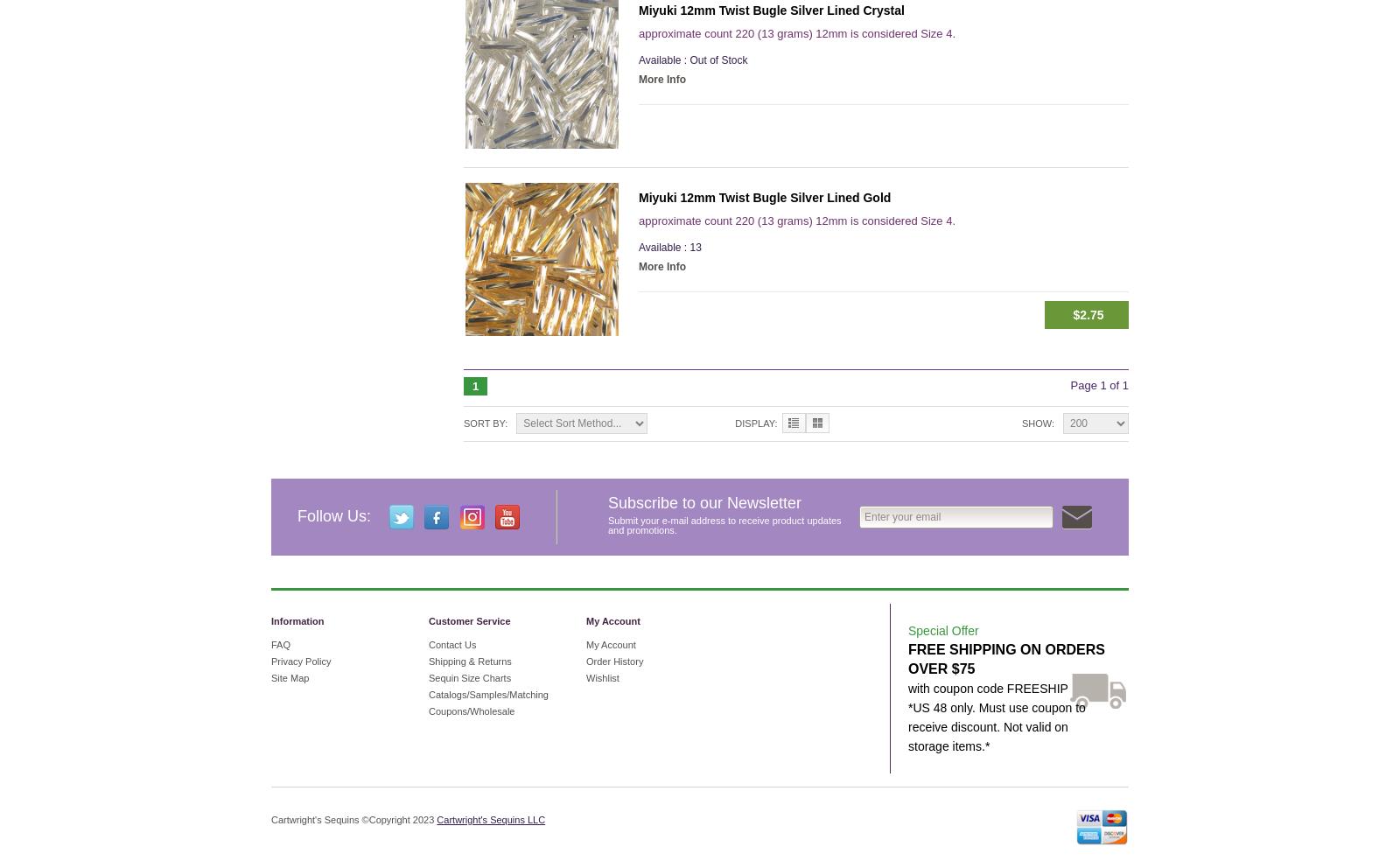 The image size is (1400, 861). What do you see at coordinates (943, 630) in the screenshot?
I see `'Special Offer'` at bounding box center [943, 630].